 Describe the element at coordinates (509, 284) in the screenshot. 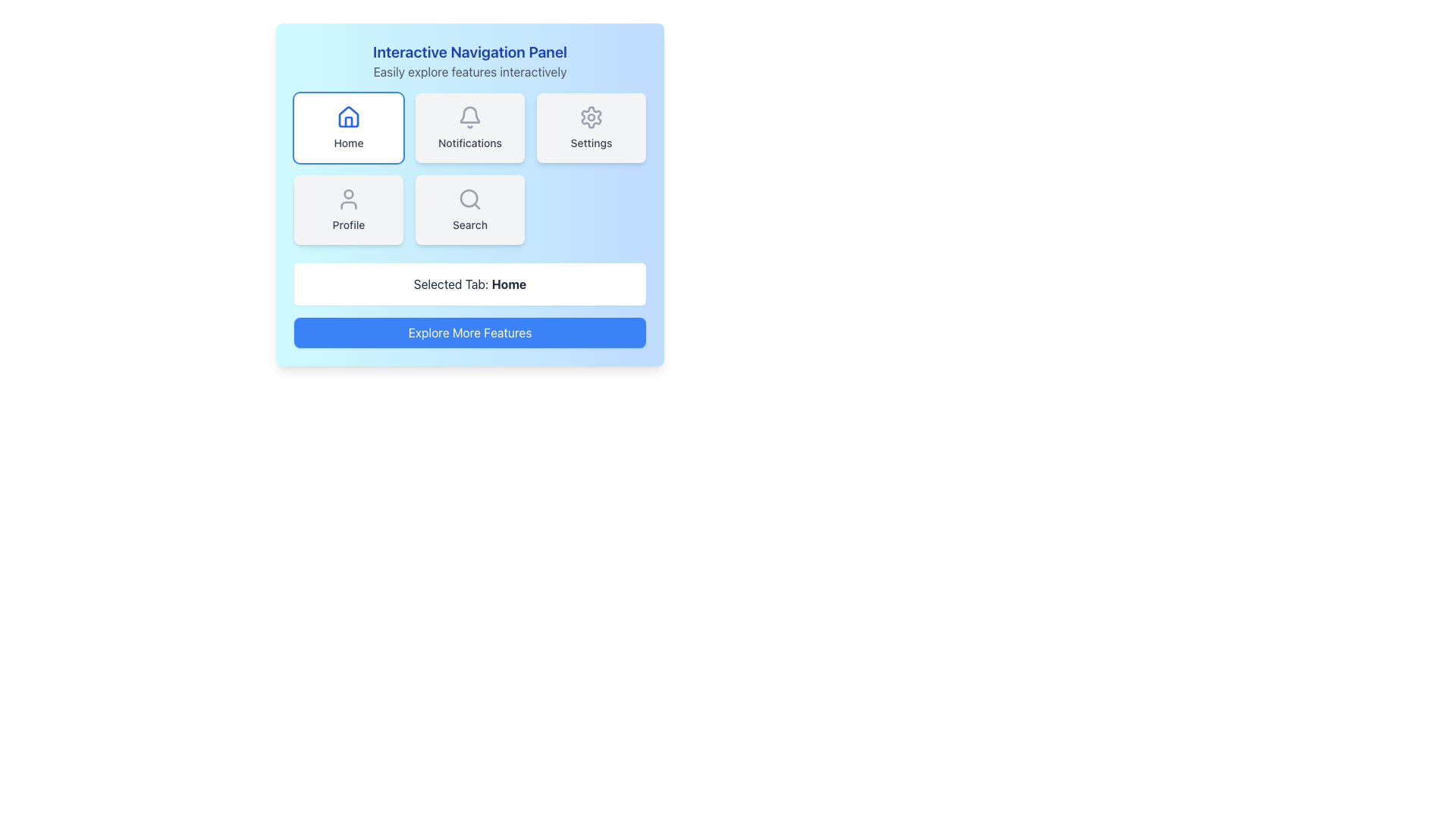

I see `the 'Home' text label, which is a bold, dark-colored status indicator located next to 'Selected Tab:' in the lower section of the interface` at that location.